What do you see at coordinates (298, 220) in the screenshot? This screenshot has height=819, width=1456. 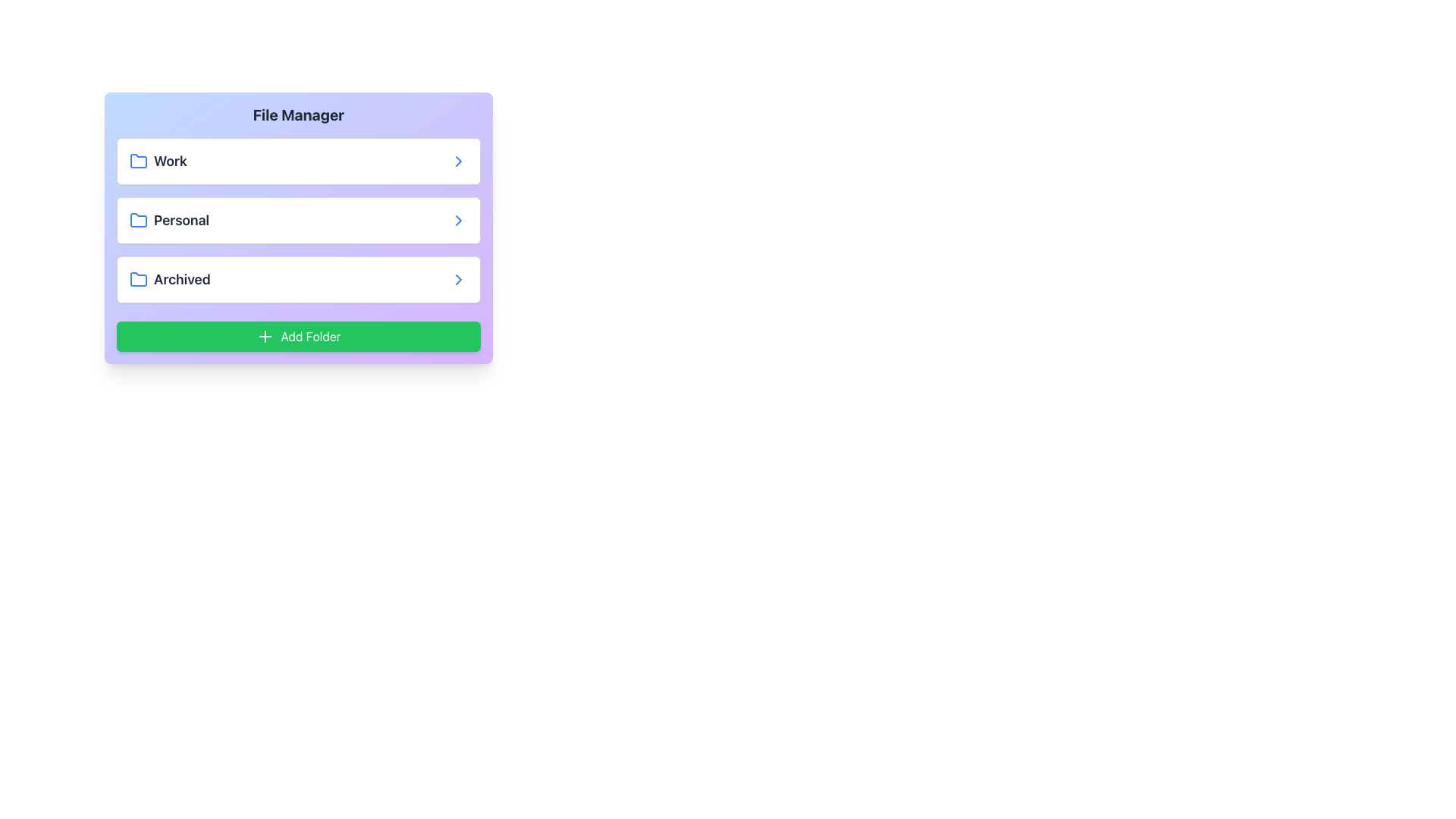 I see `the second item in the list, labeled 'Personal'` at bounding box center [298, 220].